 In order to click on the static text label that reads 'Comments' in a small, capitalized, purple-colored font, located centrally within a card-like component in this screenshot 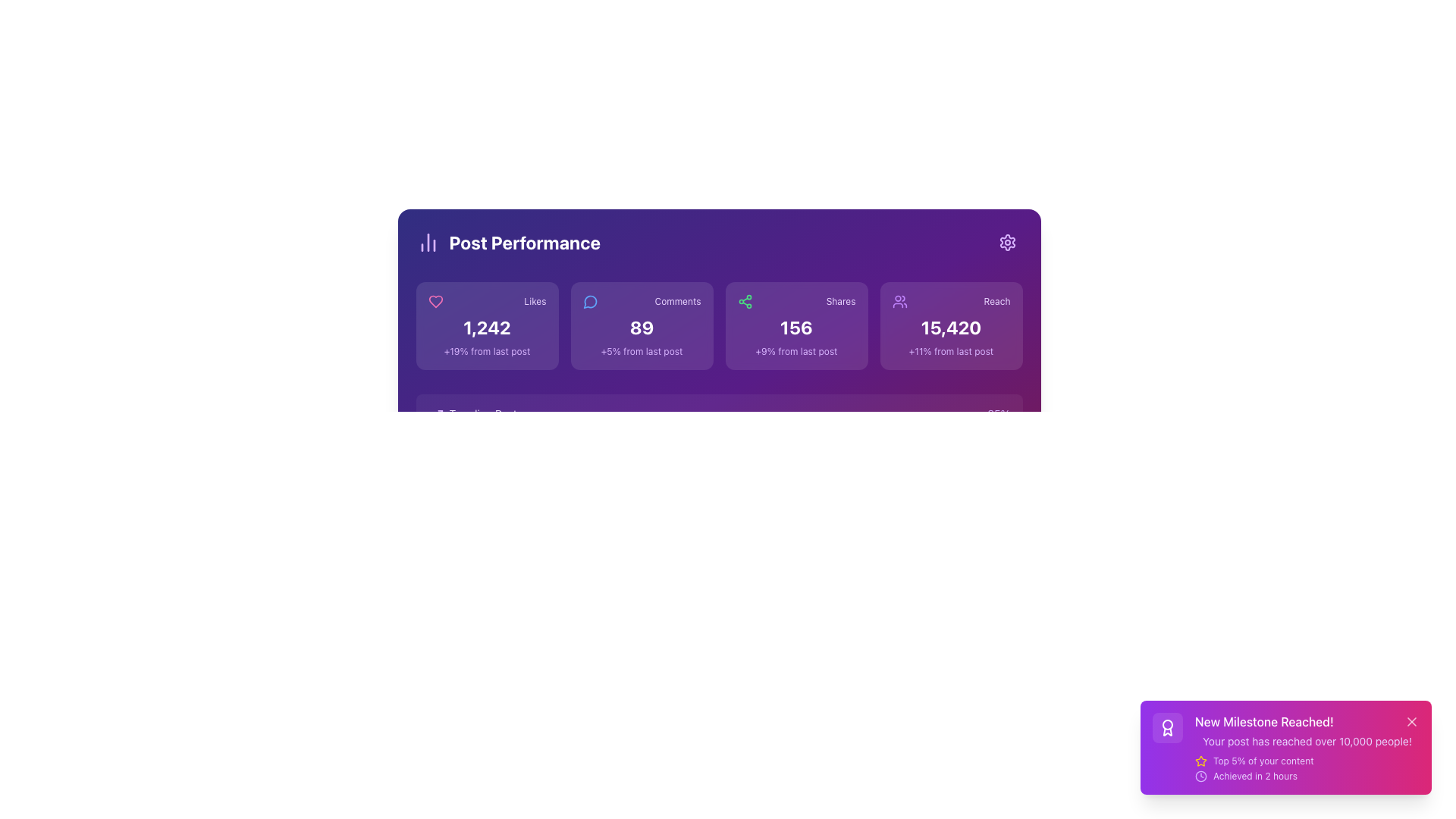, I will do `click(676, 301)`.